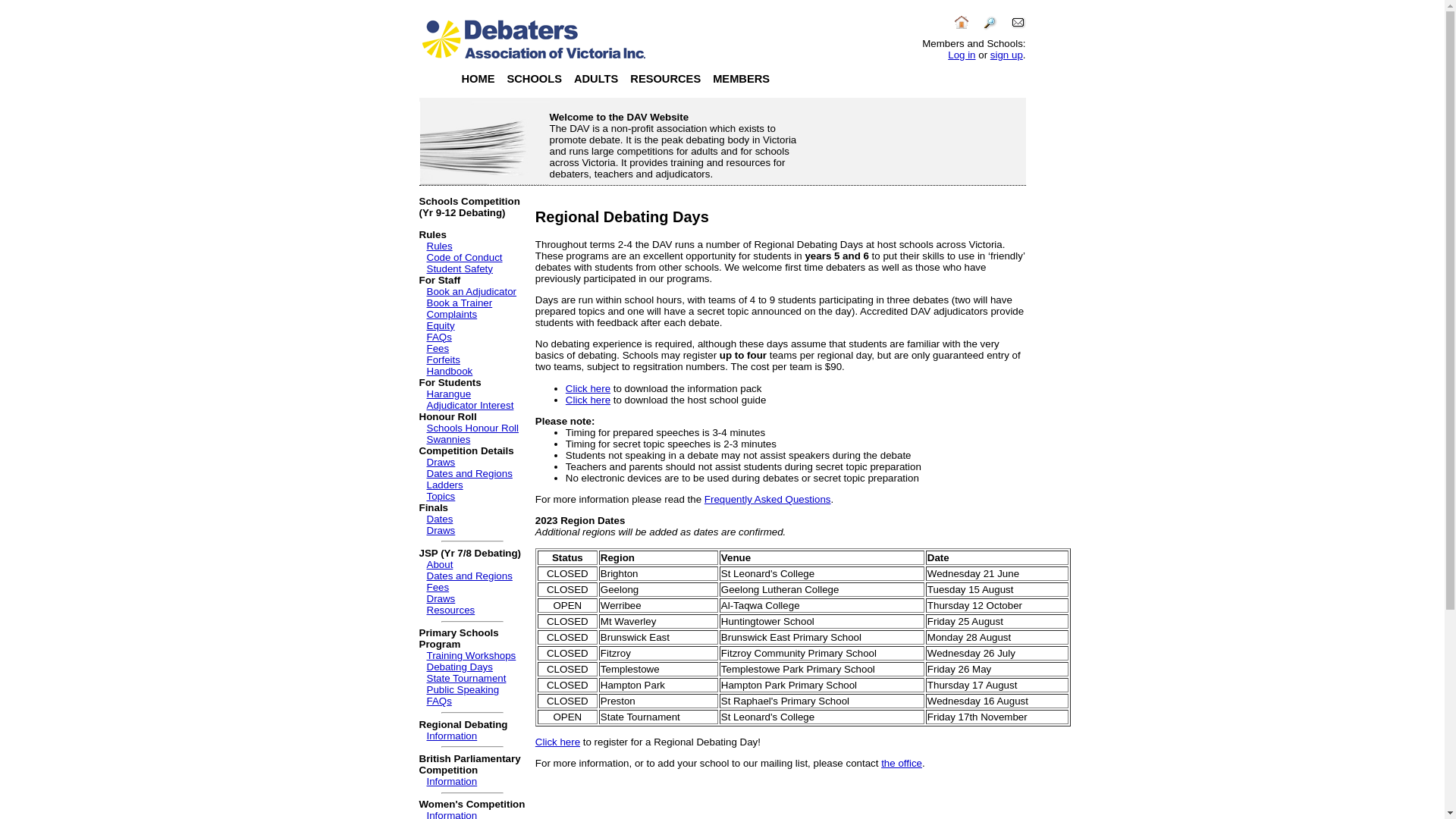  What do you see at coordinates (425, 439) in the screenshot?
I see `'Swannies'` at bounding box center [425, 439].